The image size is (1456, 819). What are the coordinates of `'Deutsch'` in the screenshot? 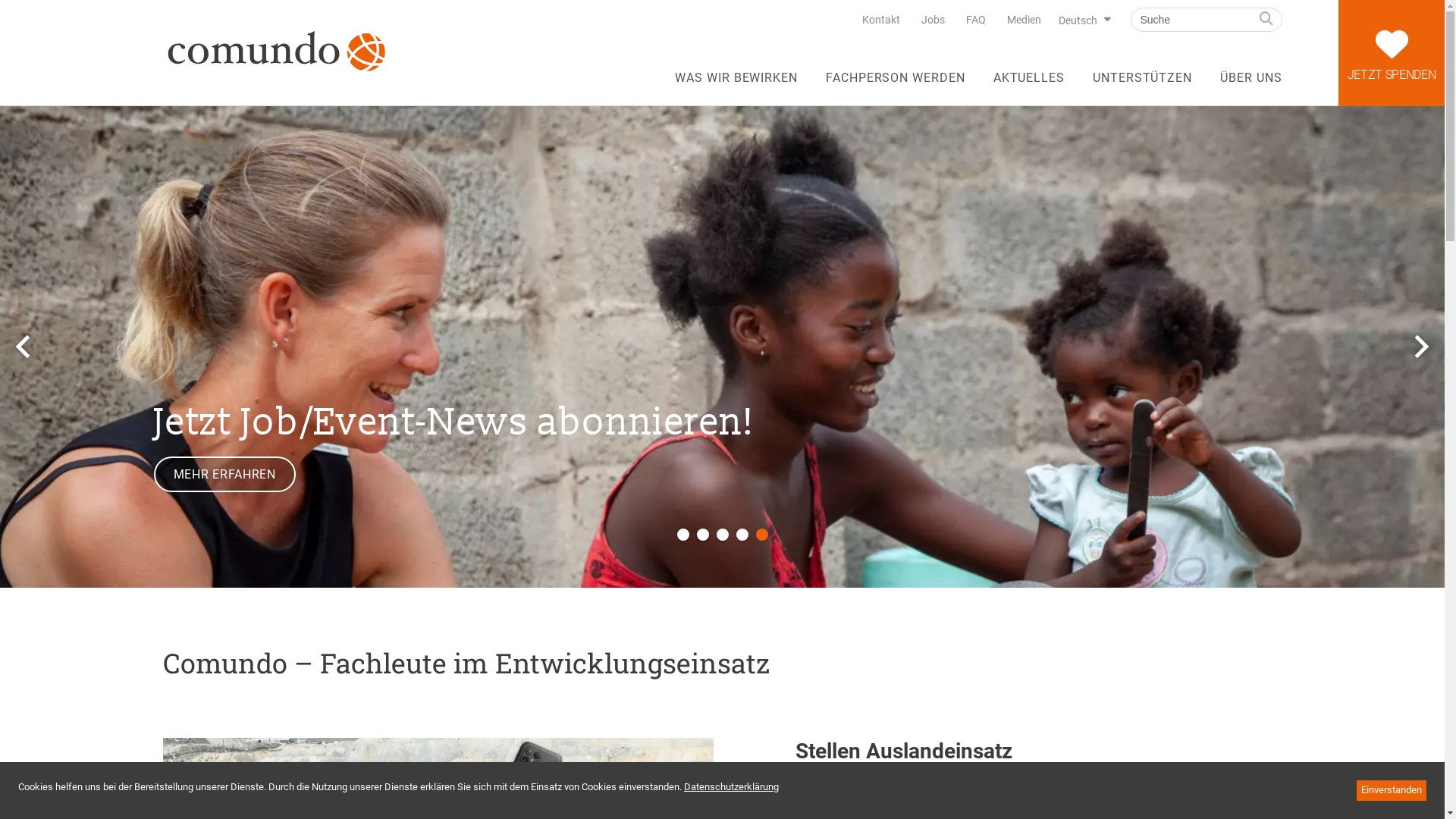 It's located at (1081, 20).